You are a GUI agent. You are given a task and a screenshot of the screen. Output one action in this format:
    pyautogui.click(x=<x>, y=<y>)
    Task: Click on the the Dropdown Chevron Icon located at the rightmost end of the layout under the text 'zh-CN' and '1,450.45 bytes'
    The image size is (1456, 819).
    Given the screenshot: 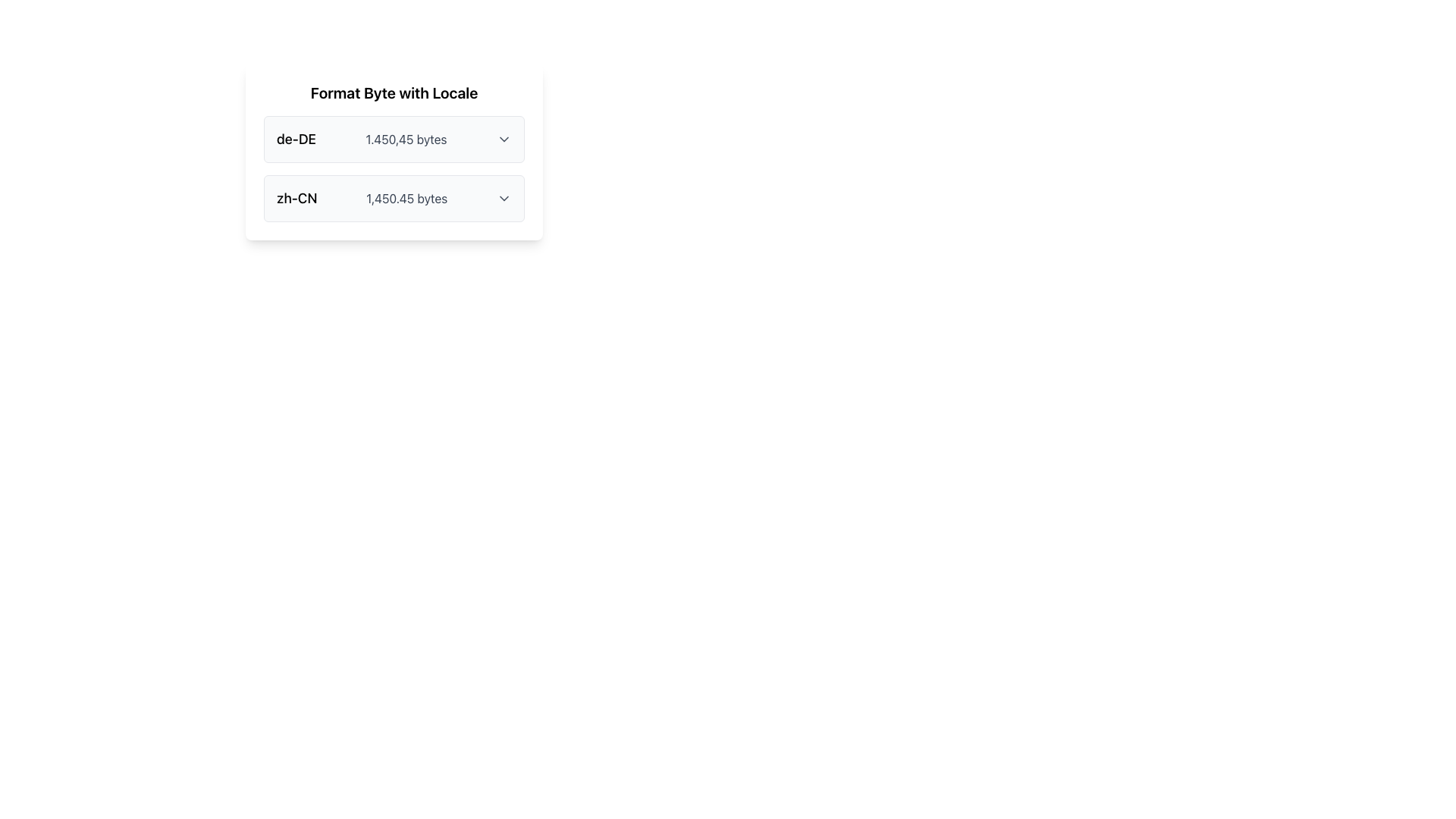 What is the action you would take?
    pyautogui.click(x=504, y=198)
    